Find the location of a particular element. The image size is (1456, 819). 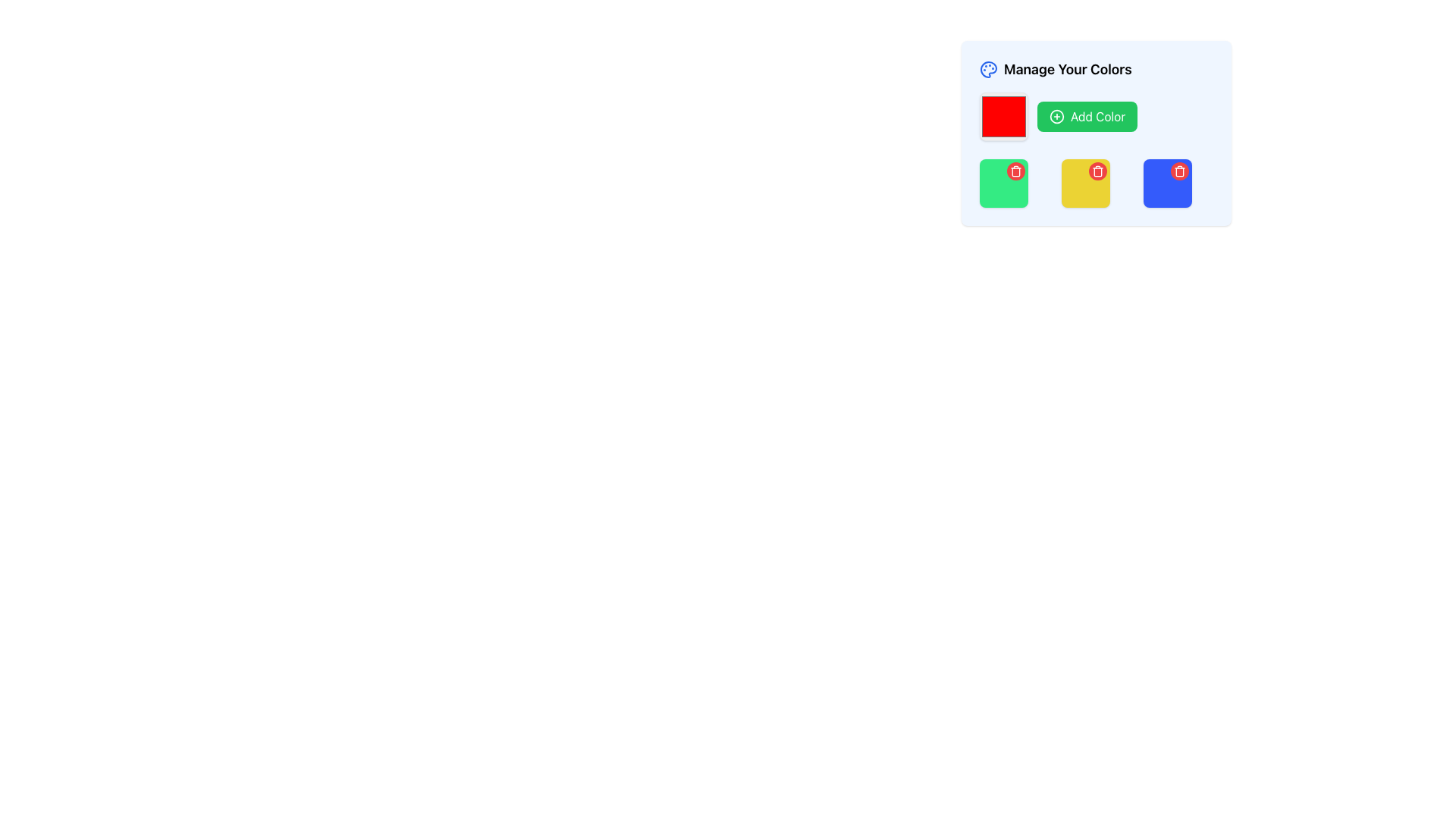

the delete button located at the top-right corner of the associated blue square item in the 'Manage Your Colors' panel is located at coordinates (1178, 171).